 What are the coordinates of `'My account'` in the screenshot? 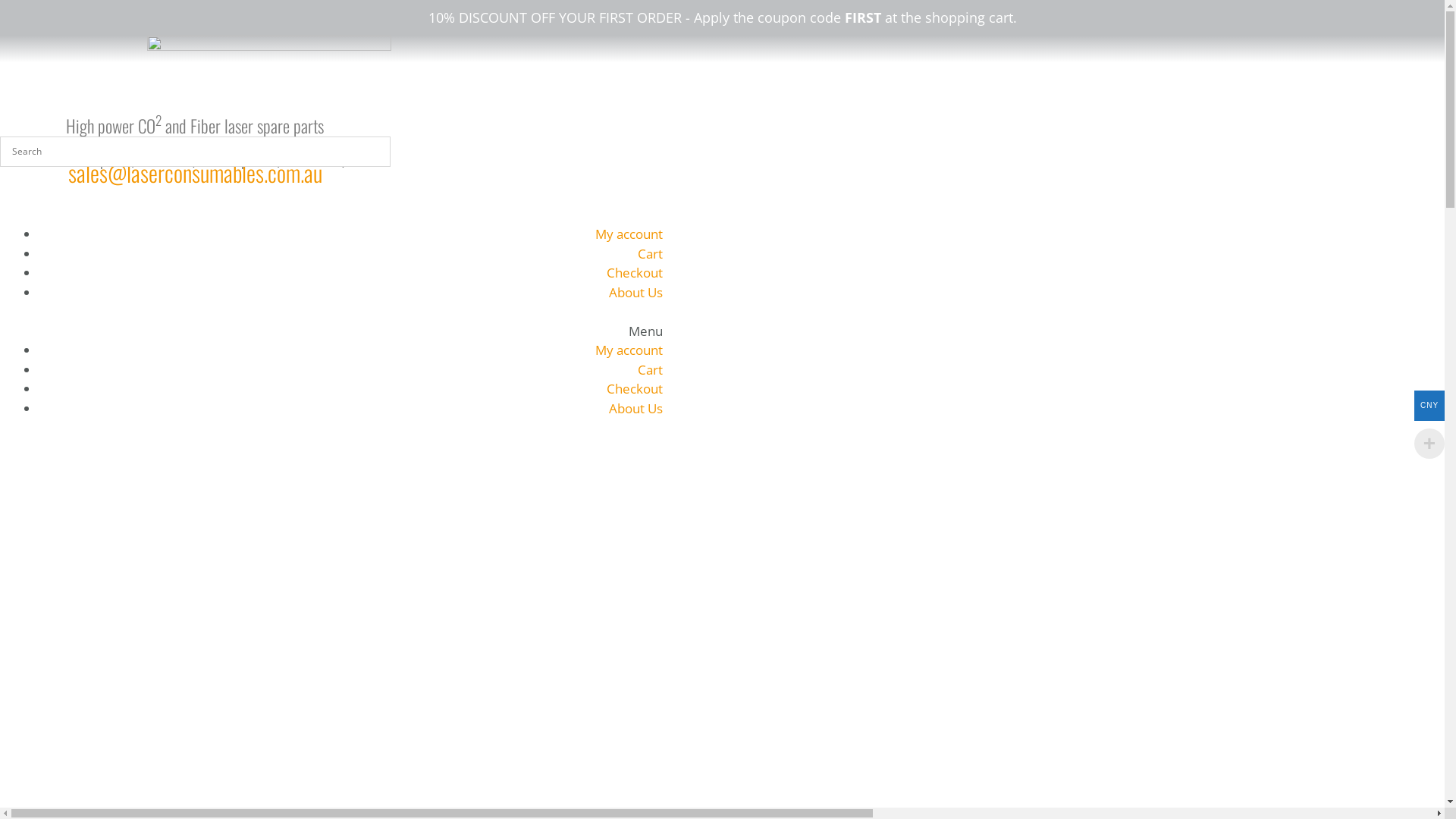 It's located at (629, 350).